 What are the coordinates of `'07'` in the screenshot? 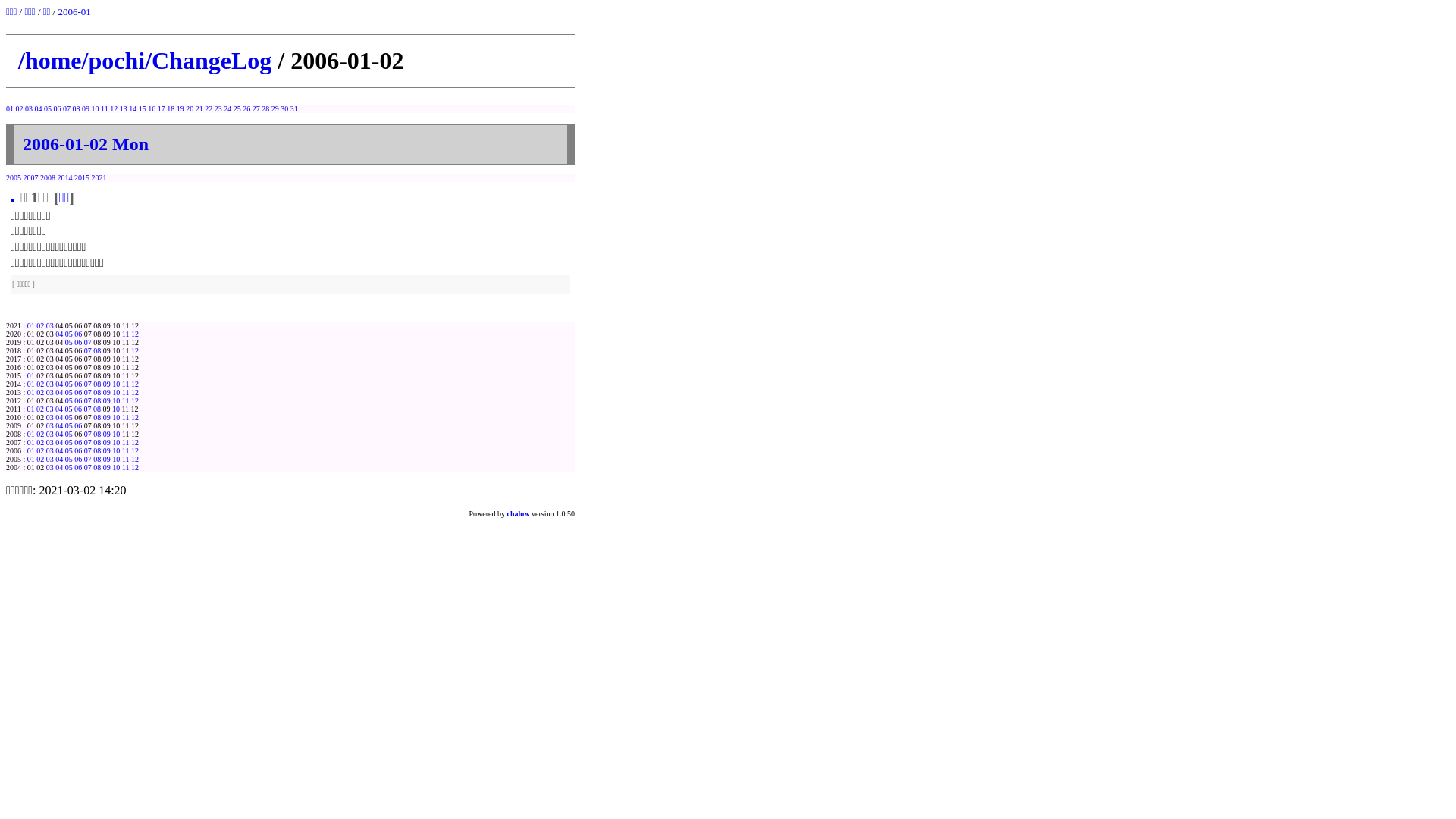 It's located at (86, 408).